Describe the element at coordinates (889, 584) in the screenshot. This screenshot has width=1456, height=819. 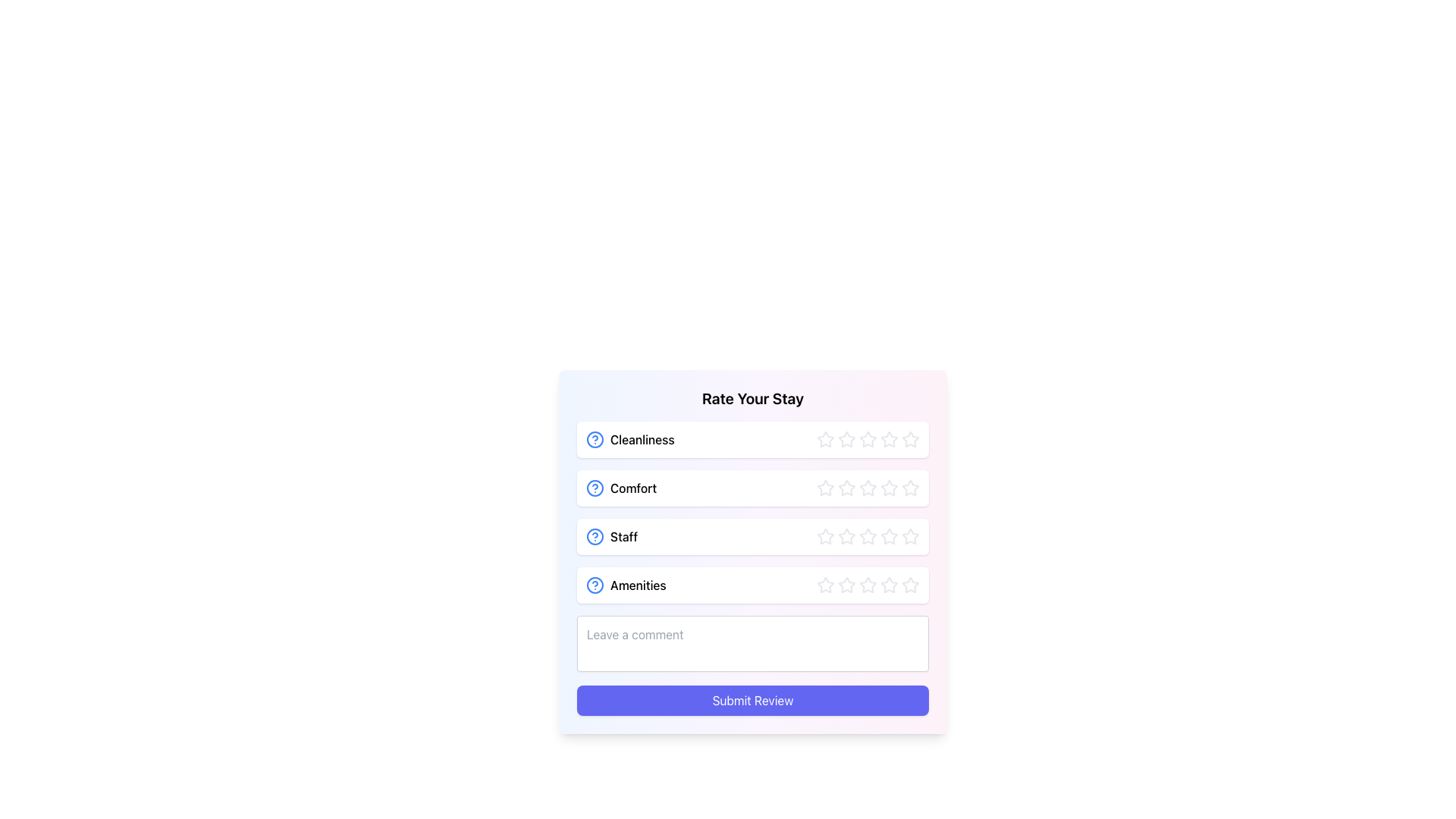
I see `the sixth star icon in the 'Amenities' category of the 'Rate Your Stay' section` at that location.